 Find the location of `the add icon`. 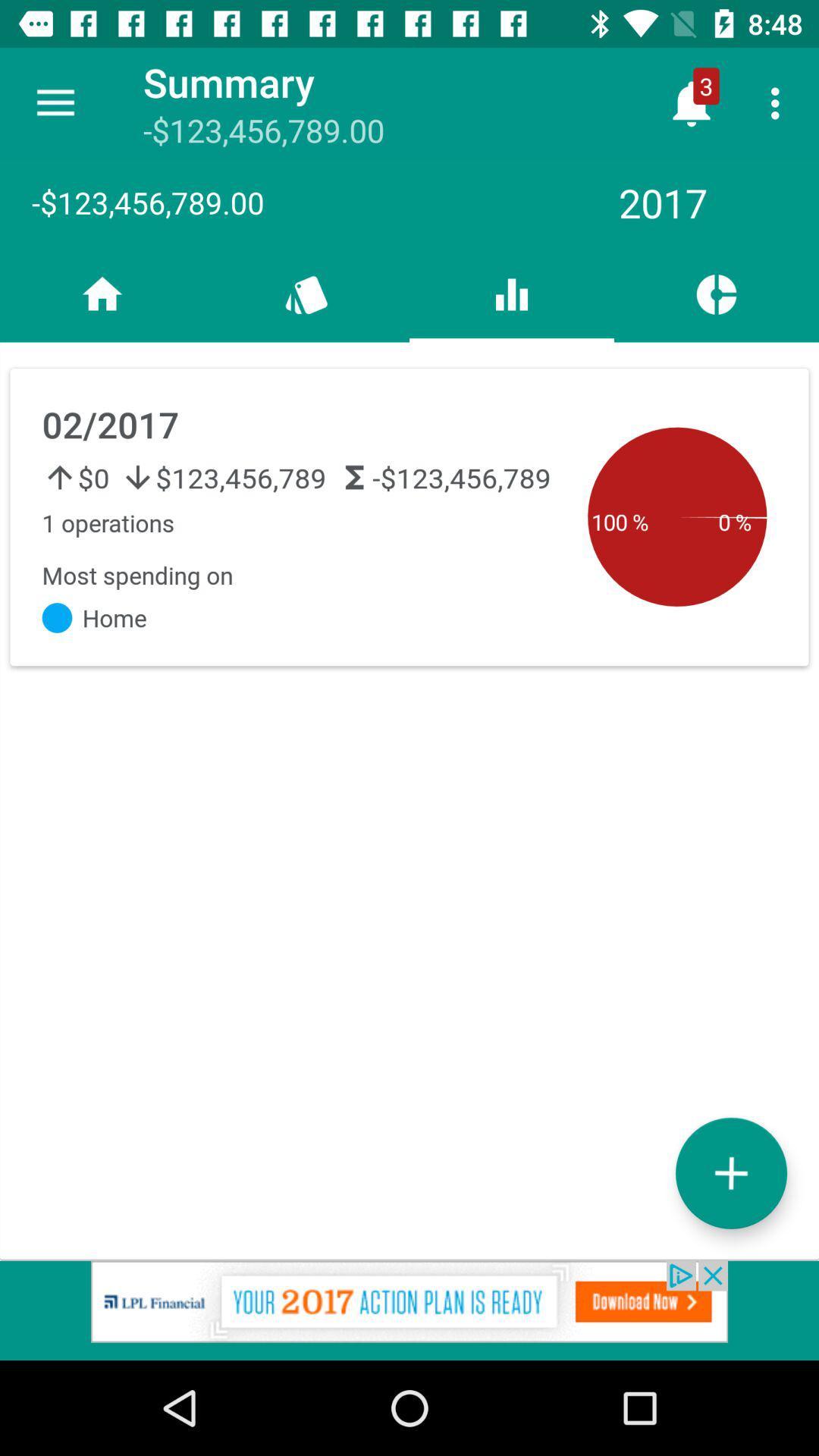

the add icon is located at coordinates (730, 1172).